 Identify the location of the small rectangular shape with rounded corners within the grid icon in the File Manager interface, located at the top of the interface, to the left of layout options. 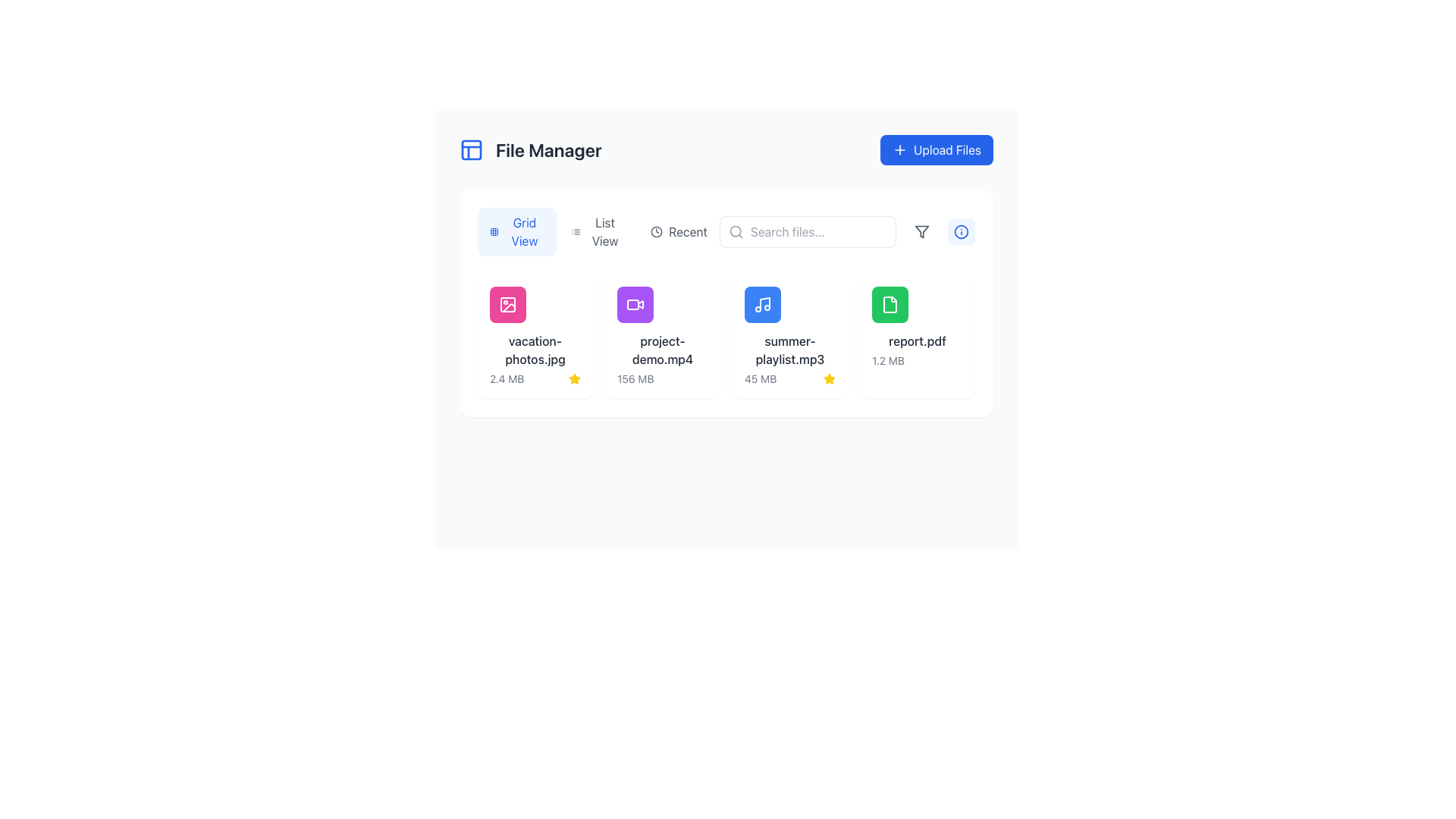
(494, 231).